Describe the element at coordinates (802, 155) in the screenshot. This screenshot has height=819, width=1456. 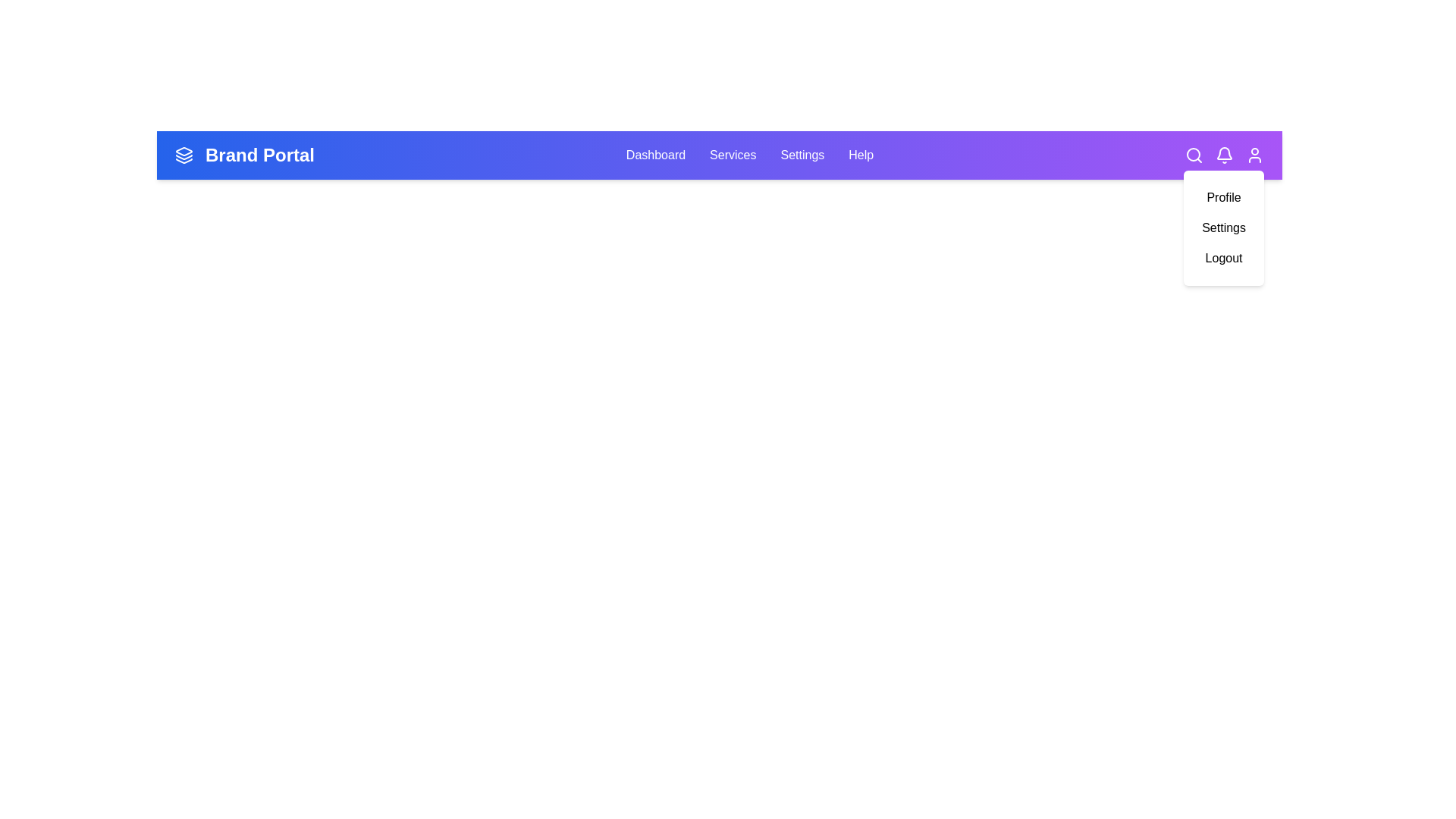
I see `the 'Settings' text link, which is styled in white text on a purple background and is part of the top navigation bar` at that location.